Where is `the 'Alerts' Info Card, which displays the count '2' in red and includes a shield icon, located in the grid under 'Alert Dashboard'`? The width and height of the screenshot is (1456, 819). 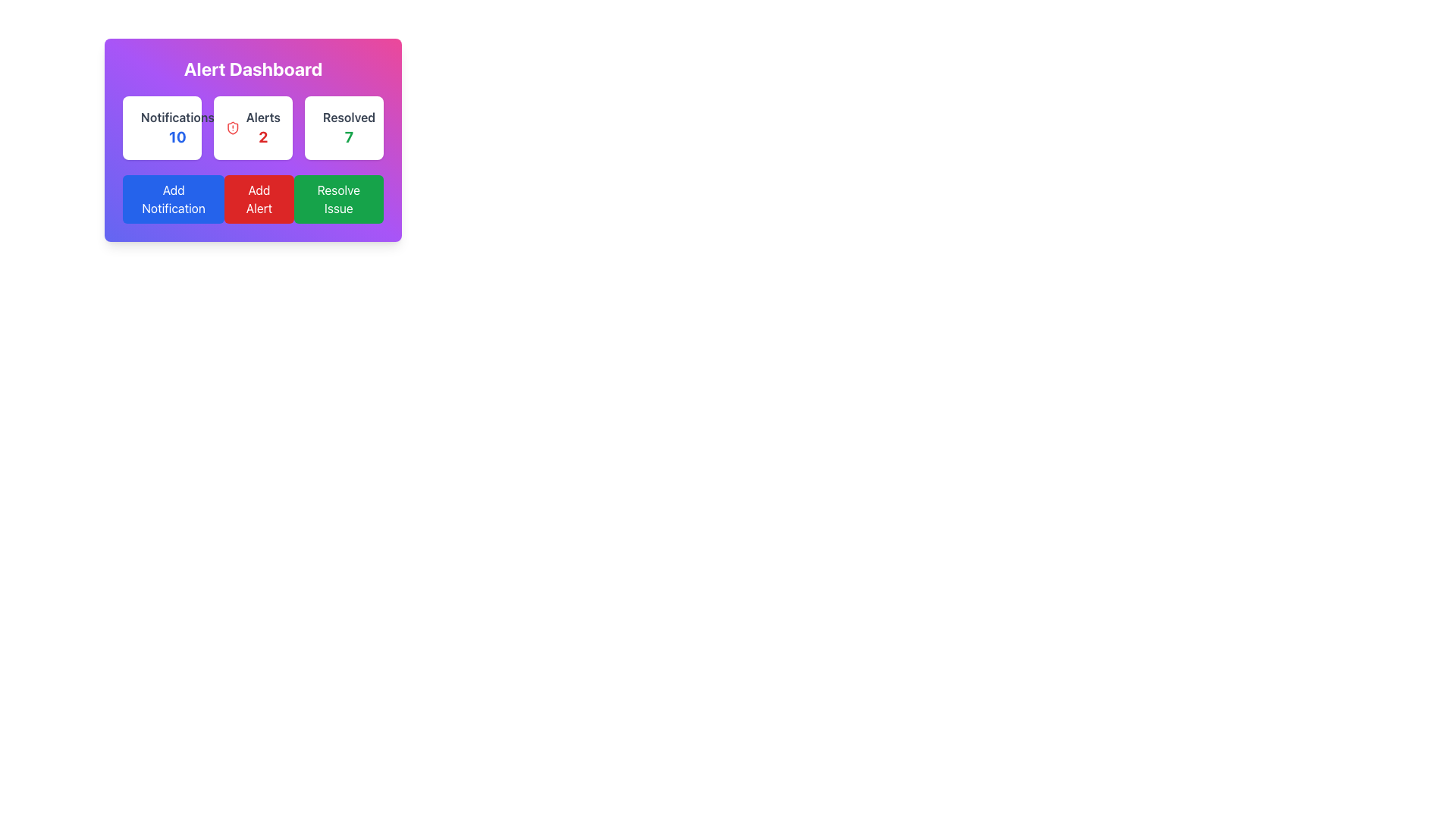 the 'Alerts' Info Card, which displays the count '2' in red and includes a shield icon, located in the grid under 'Alert Dashboard' is located at coordinates (253, 127).